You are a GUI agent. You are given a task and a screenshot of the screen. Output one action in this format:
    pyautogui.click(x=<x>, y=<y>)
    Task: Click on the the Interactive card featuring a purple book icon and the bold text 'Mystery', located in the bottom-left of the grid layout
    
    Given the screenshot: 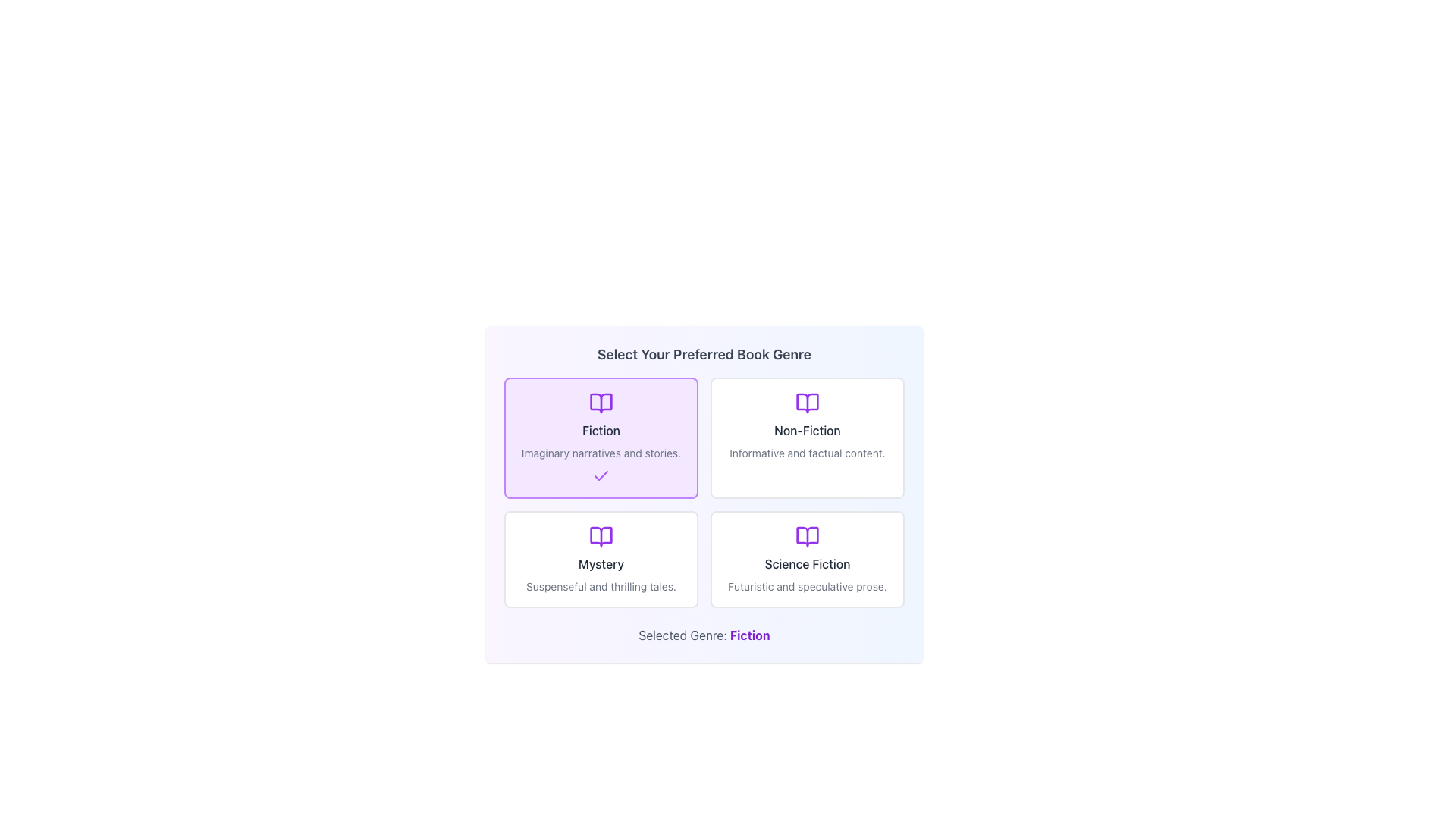 What is the action you would take?
    pyautogui.click(x=600, y=559)
    